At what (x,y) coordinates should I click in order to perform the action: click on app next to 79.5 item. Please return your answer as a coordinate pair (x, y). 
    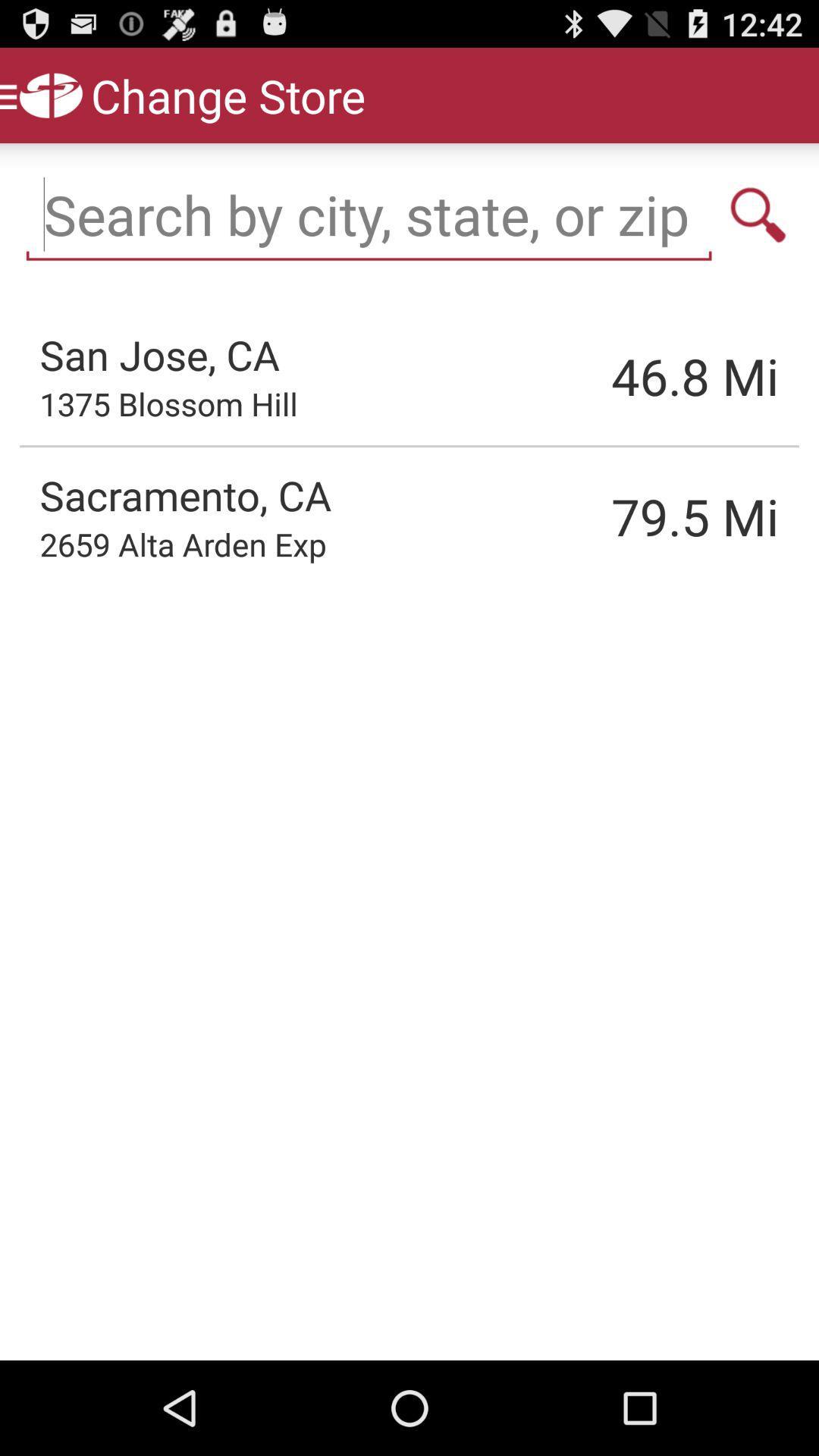
    Looking at the image, I should click on (182, 544).